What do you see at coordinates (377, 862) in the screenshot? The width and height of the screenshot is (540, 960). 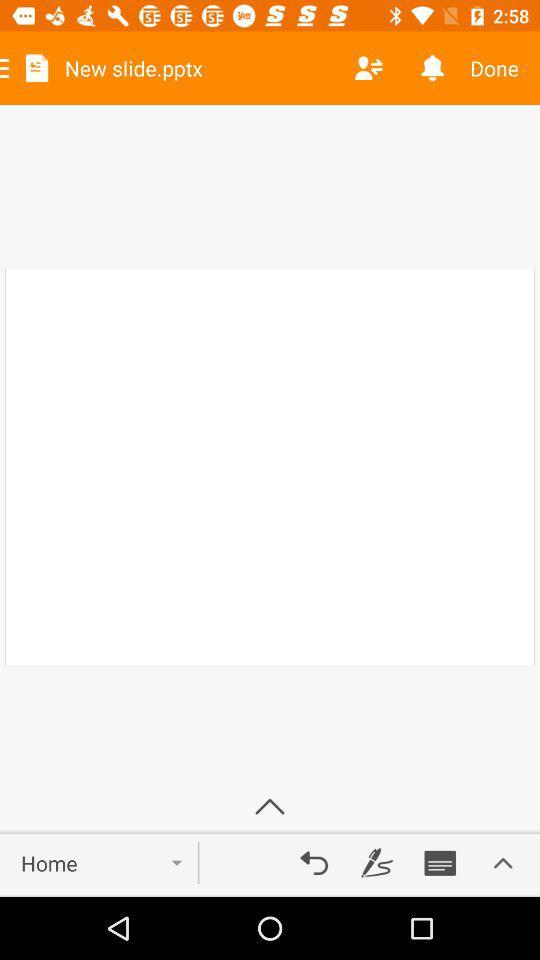 I see `the edit icon` at bounding box center [377, 862].